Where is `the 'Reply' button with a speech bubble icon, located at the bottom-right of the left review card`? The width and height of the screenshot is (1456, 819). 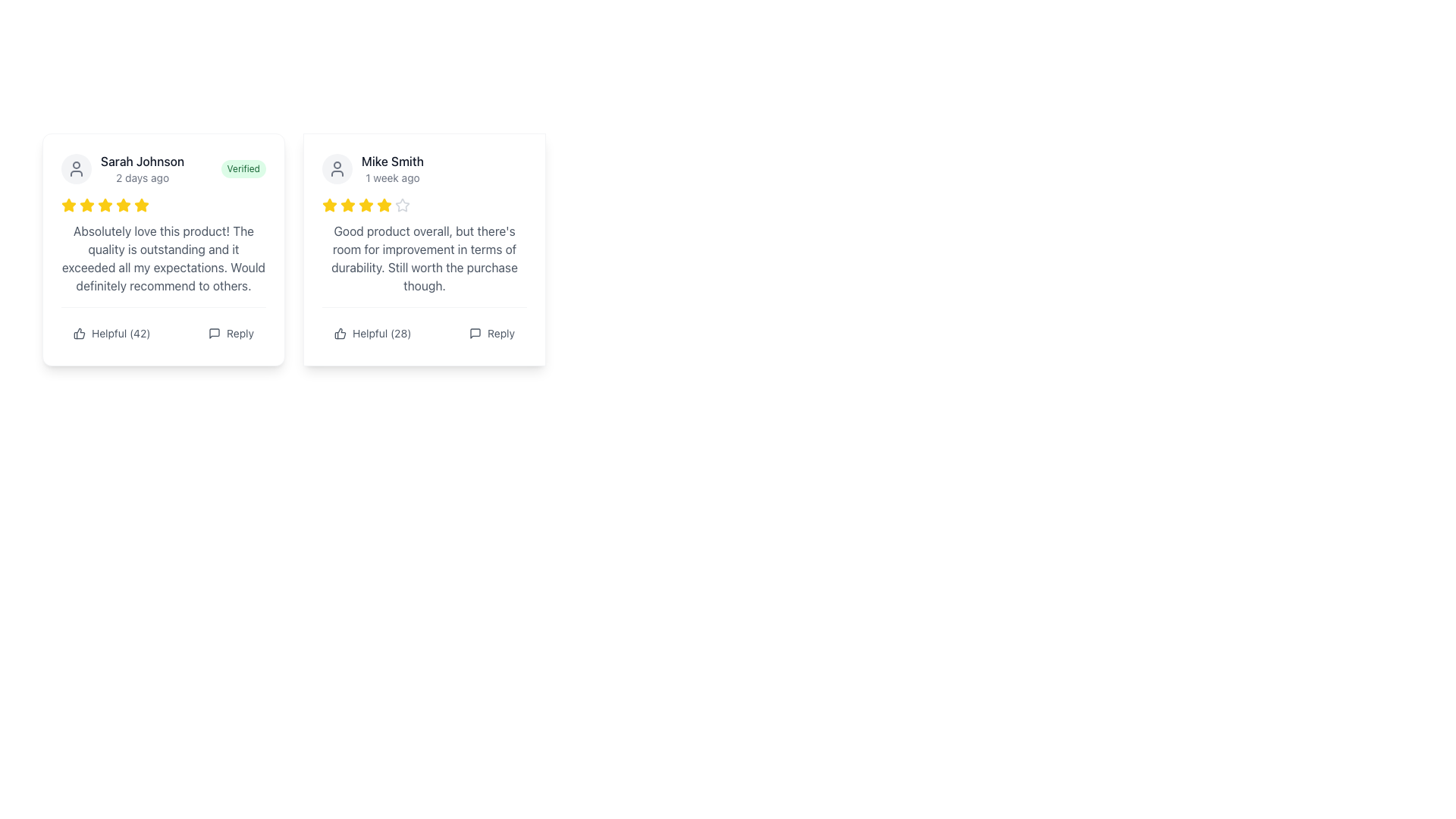 the 'Reply' button with a speech bubble icon, located at the bottom-right of the left review card is located at coordinates (231, 332).